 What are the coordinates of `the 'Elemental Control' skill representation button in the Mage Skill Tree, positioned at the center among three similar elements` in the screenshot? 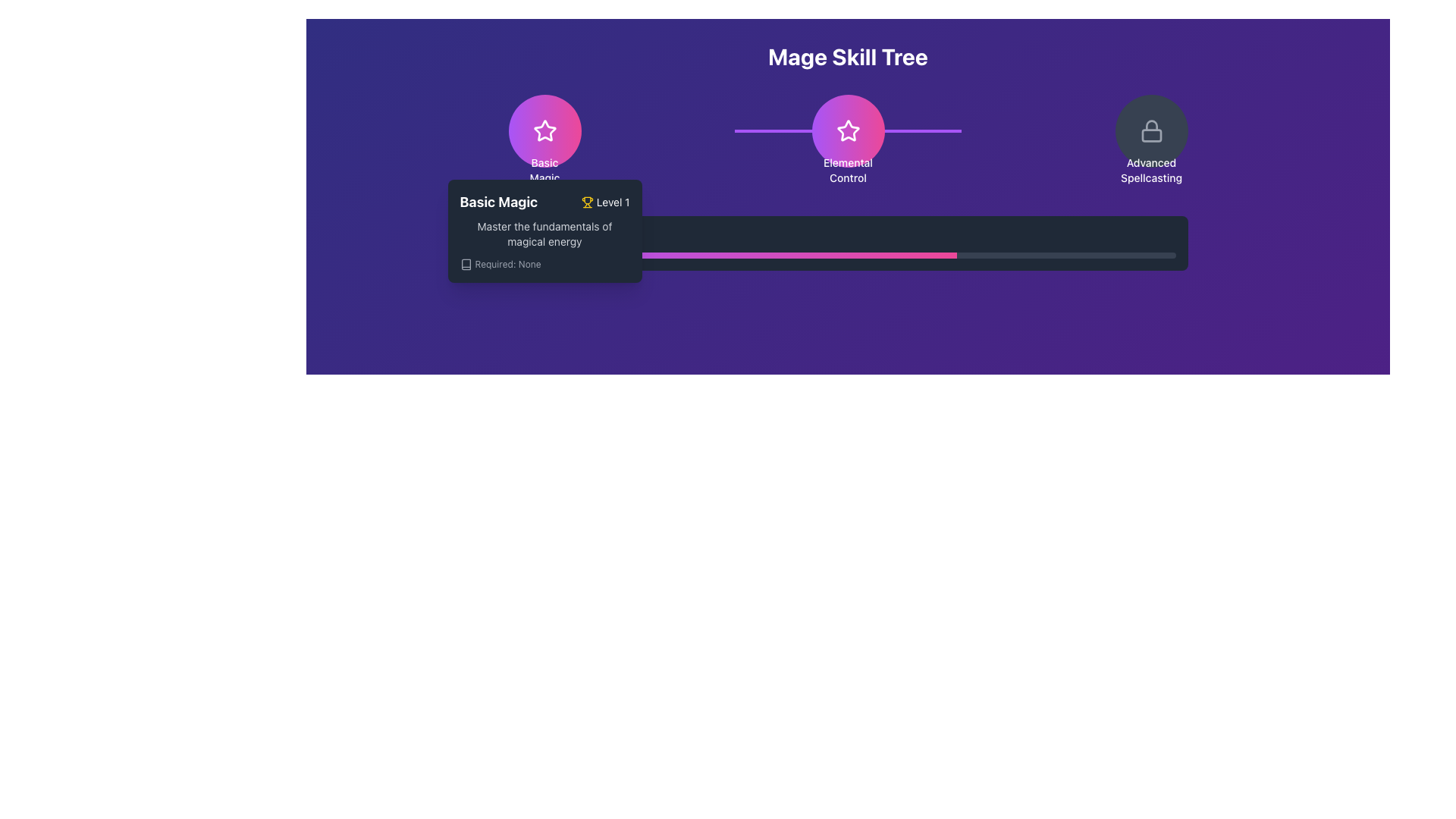 It's located at (847, 157).